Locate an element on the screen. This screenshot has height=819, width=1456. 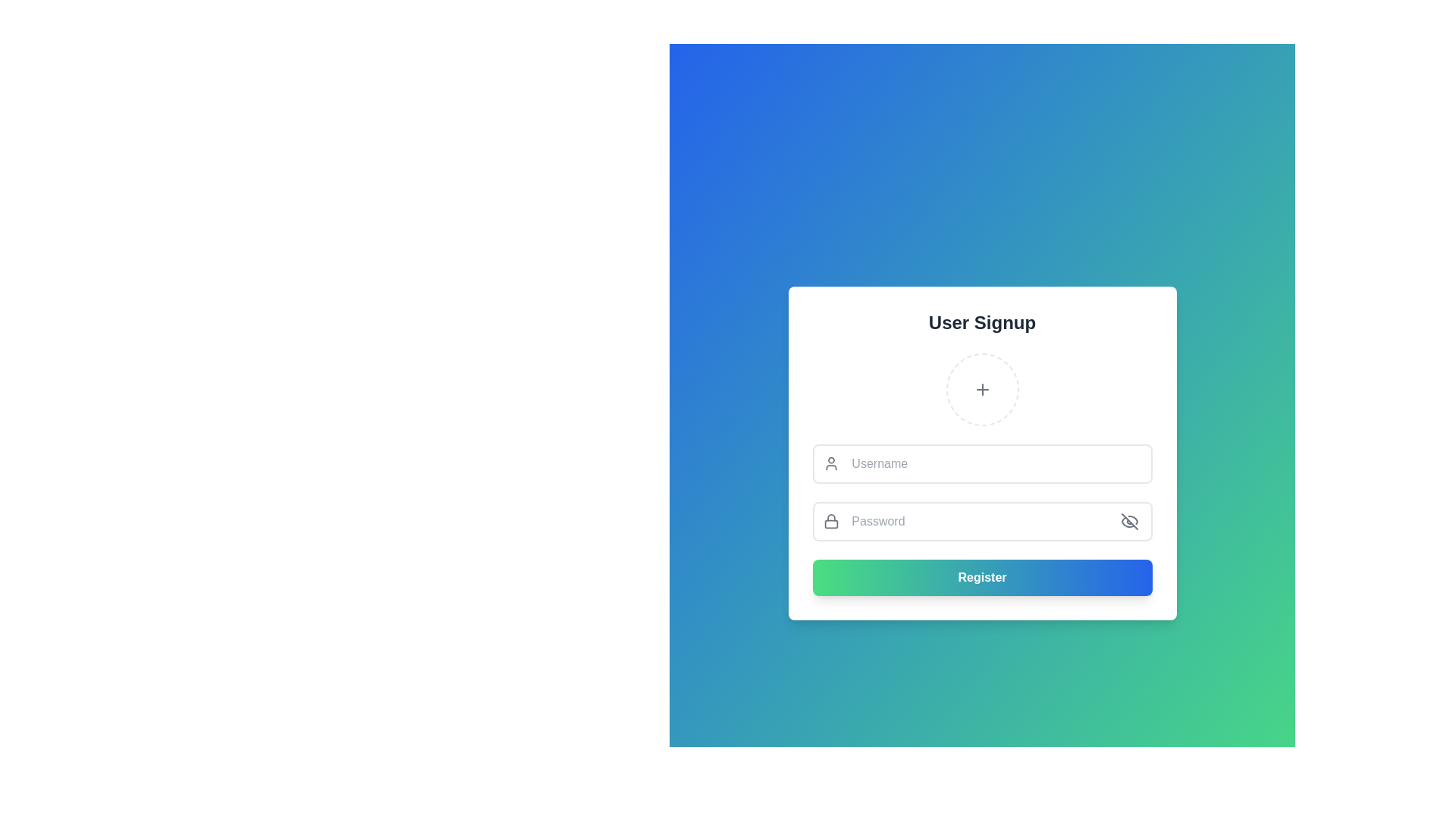
the 'Register' button, which is a rectangular button with a gradient background from green to blue, located at the bottom of the 'User Signup' form is located at coordinates (982, 578).